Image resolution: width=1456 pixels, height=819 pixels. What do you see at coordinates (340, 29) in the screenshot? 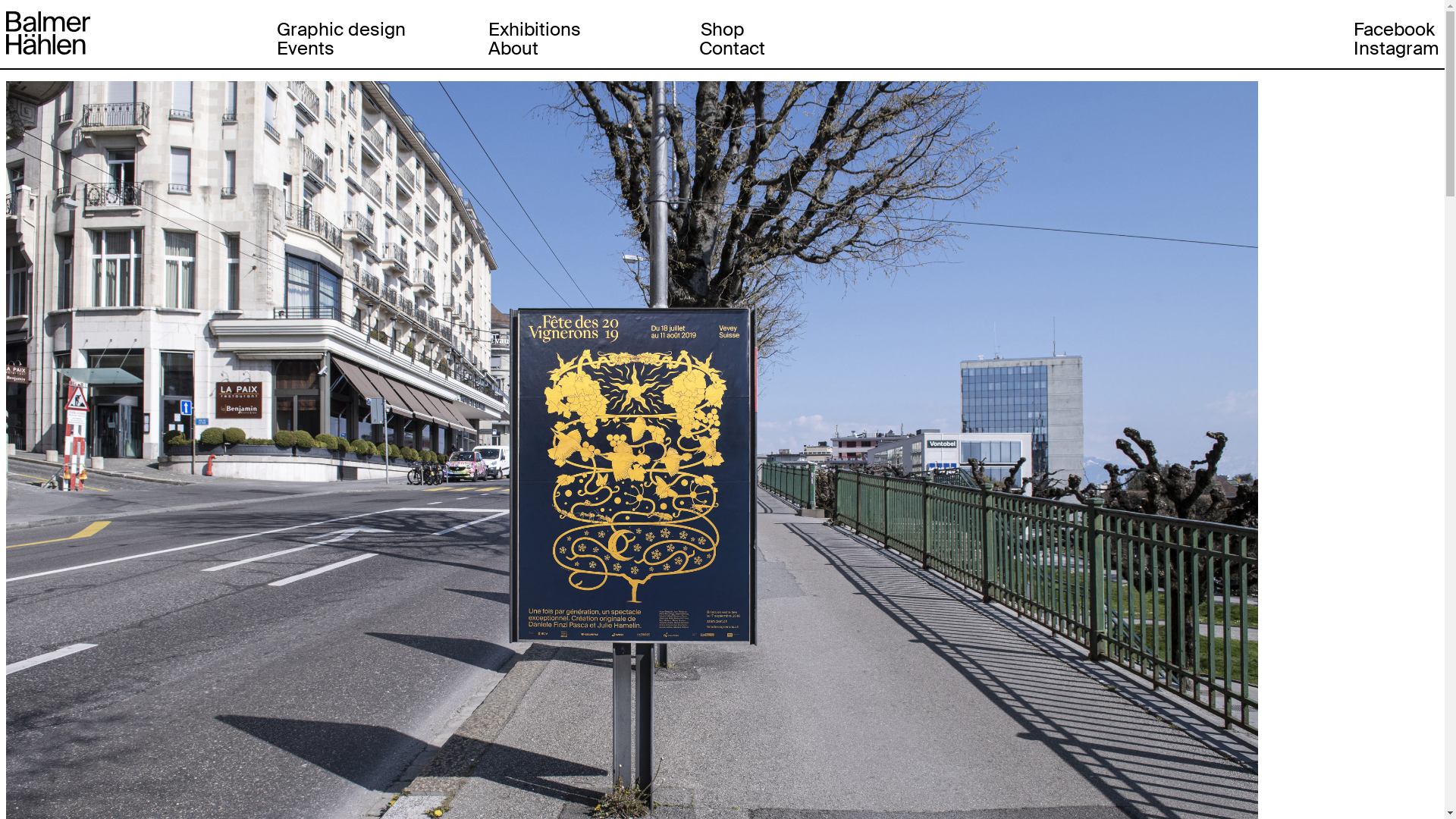
I see `'Graphic design'` at bounding box center [340, 29].